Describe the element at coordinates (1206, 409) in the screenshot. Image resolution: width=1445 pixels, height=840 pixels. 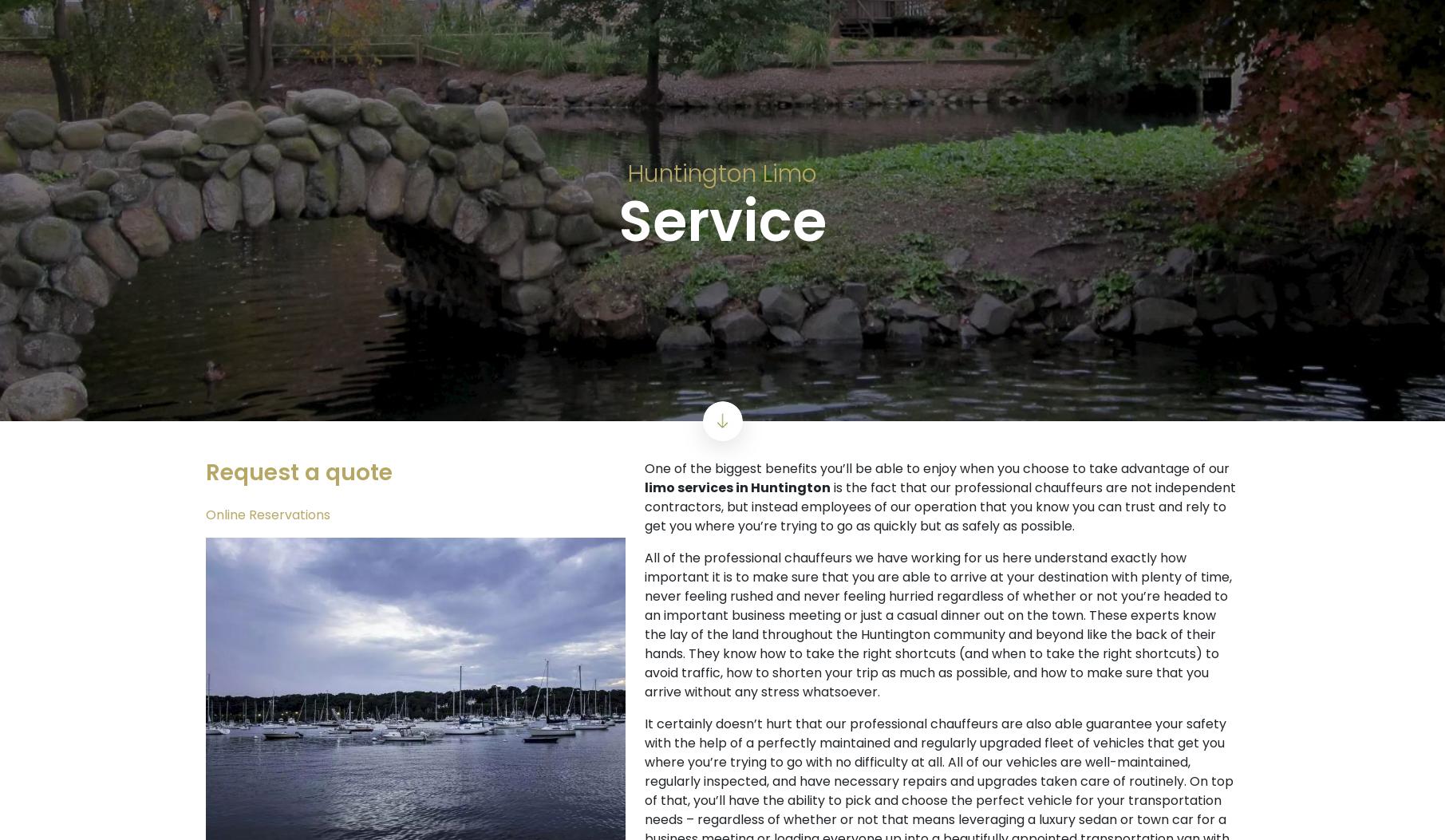
I see `'>'` at that location.